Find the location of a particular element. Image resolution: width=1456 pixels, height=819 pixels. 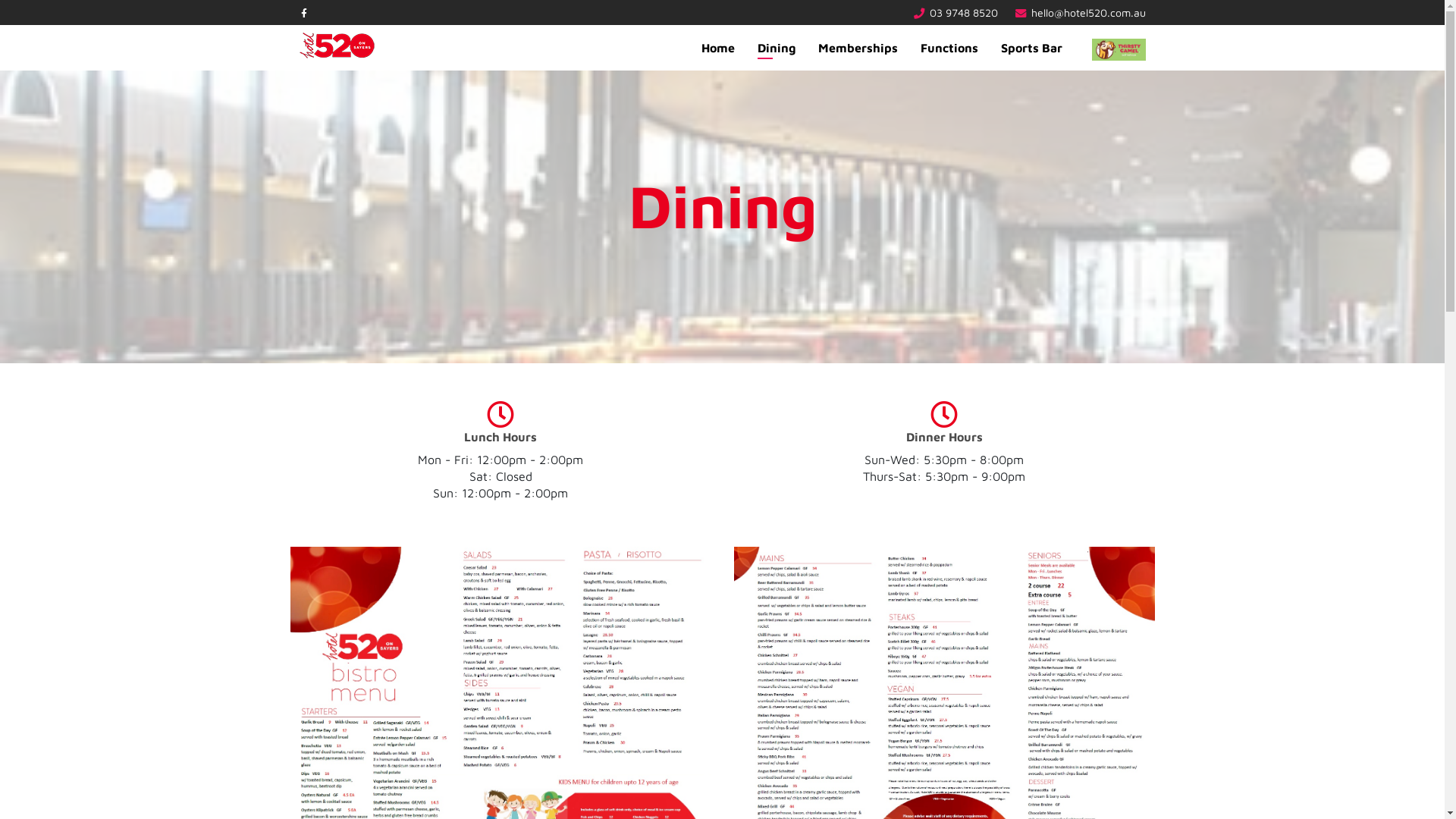

'Sports Bar' is located at coordinates (1031, 46).